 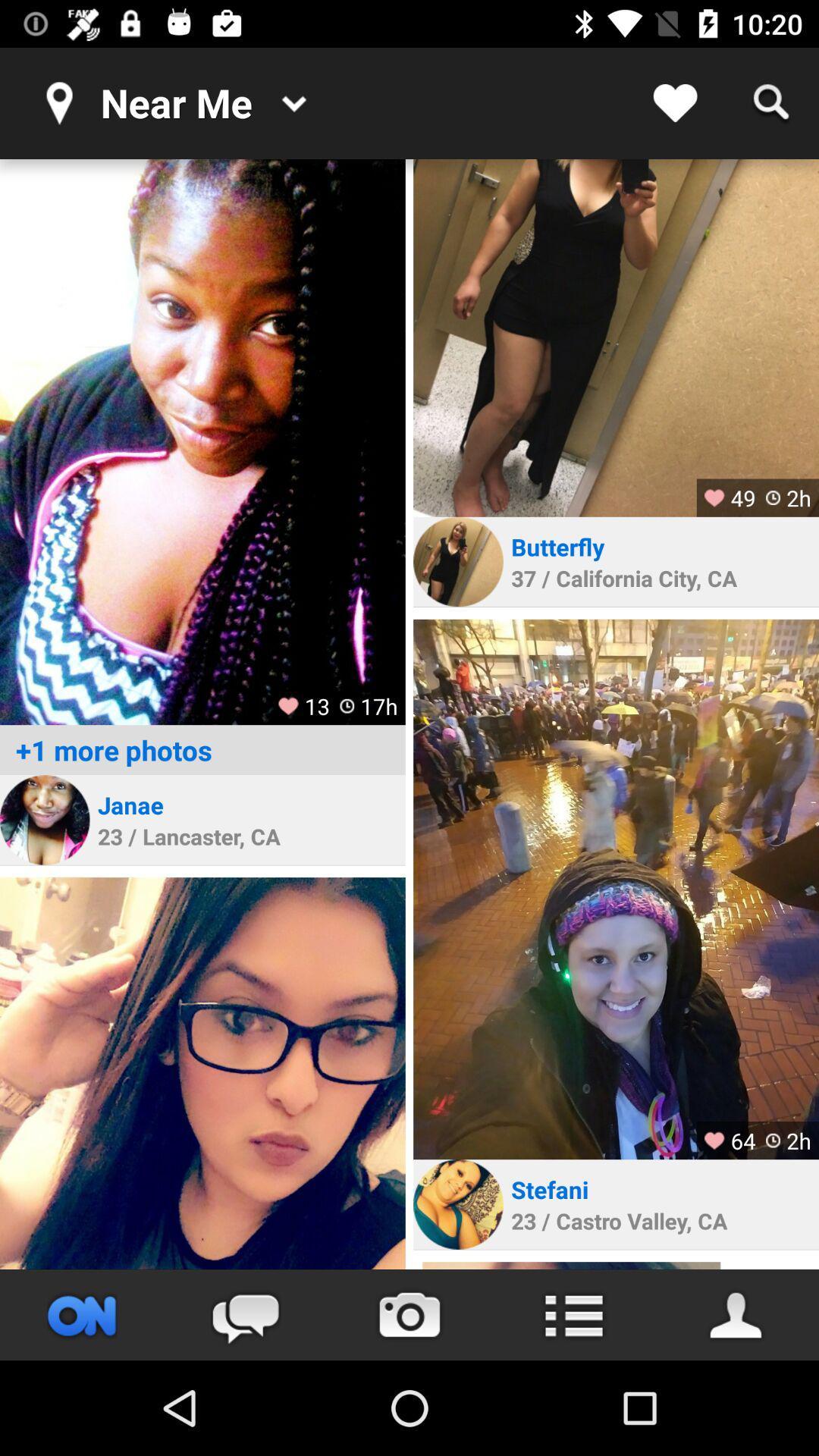 I want to click on the chat icon, so click(x=245, y=1314).